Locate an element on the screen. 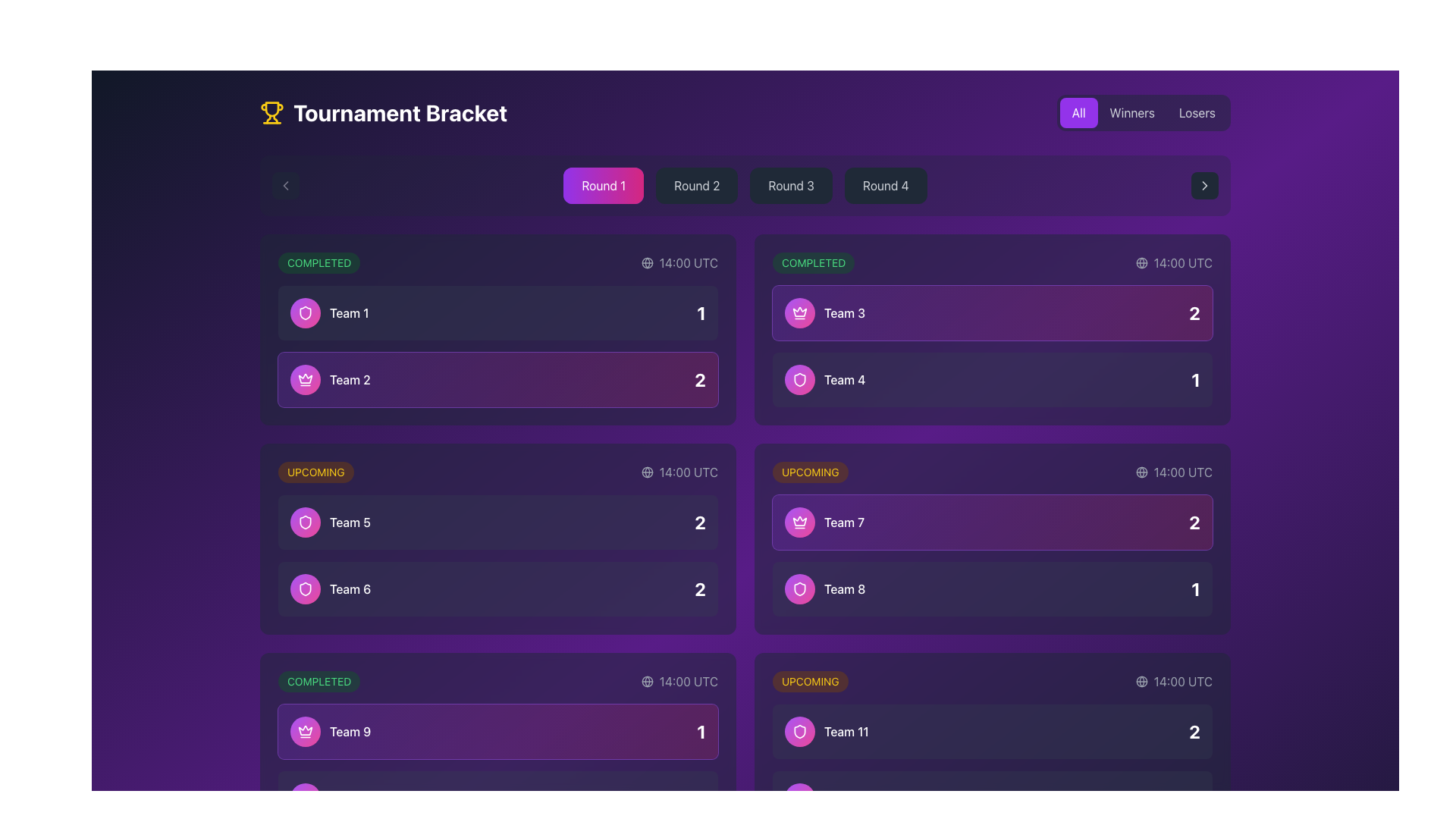  the shield icon with a pink fill color, which represents a protective feature and is located at the top-left of the 'Team 5' item in the 'Upcoming' section is located at coordinates (305, 312).